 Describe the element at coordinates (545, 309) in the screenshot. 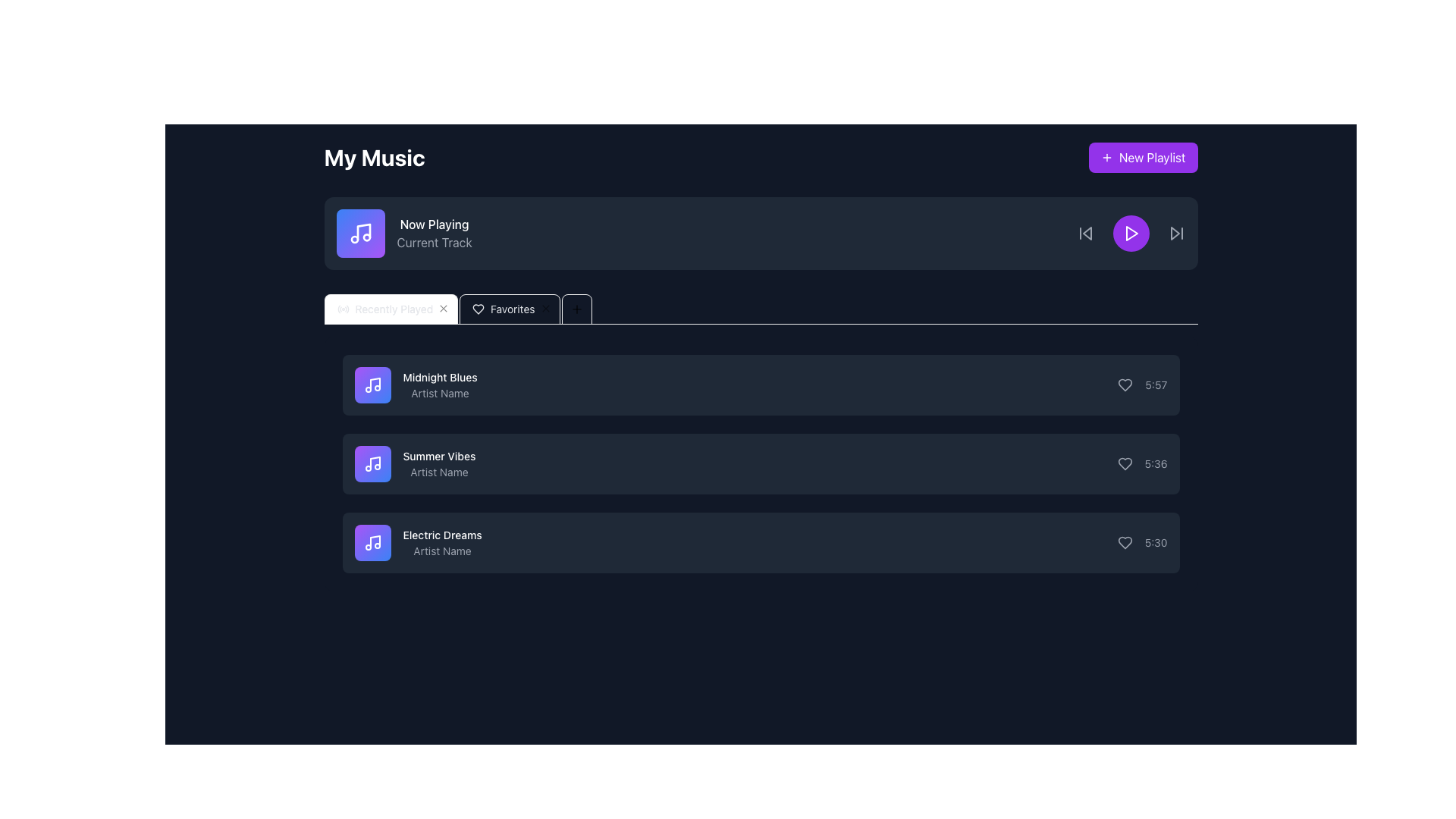

I see `the 'close' button of the 'Favorites' tab` at that location.